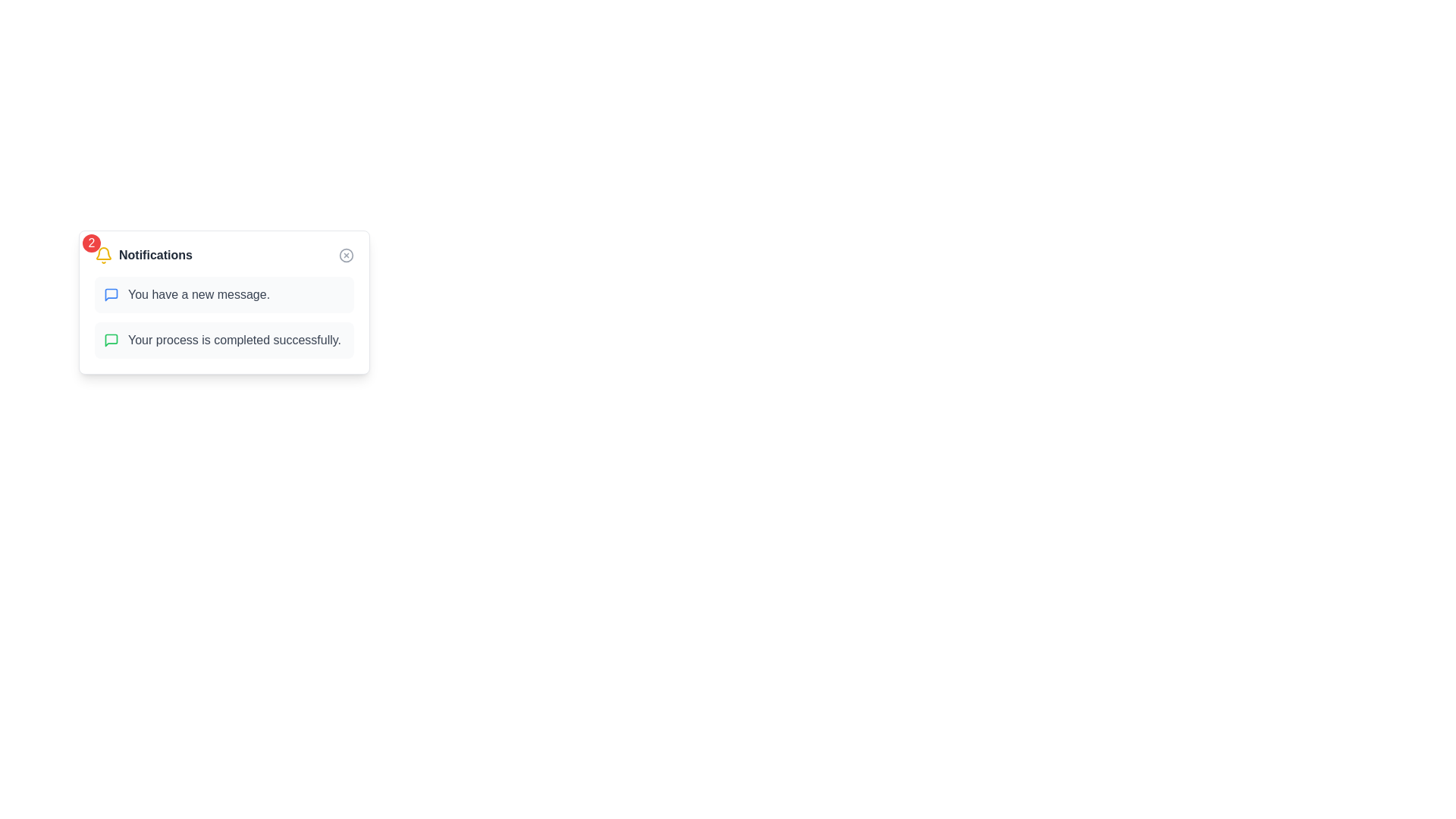 The height and width of the screenshot is (819, 1456). What do you see at coordinates (111, 295) in the screenshot?
I see `the speech bubble icon with a blue outline associated with the notification message 'You have a new message.'` at bounding box center [111, 295].